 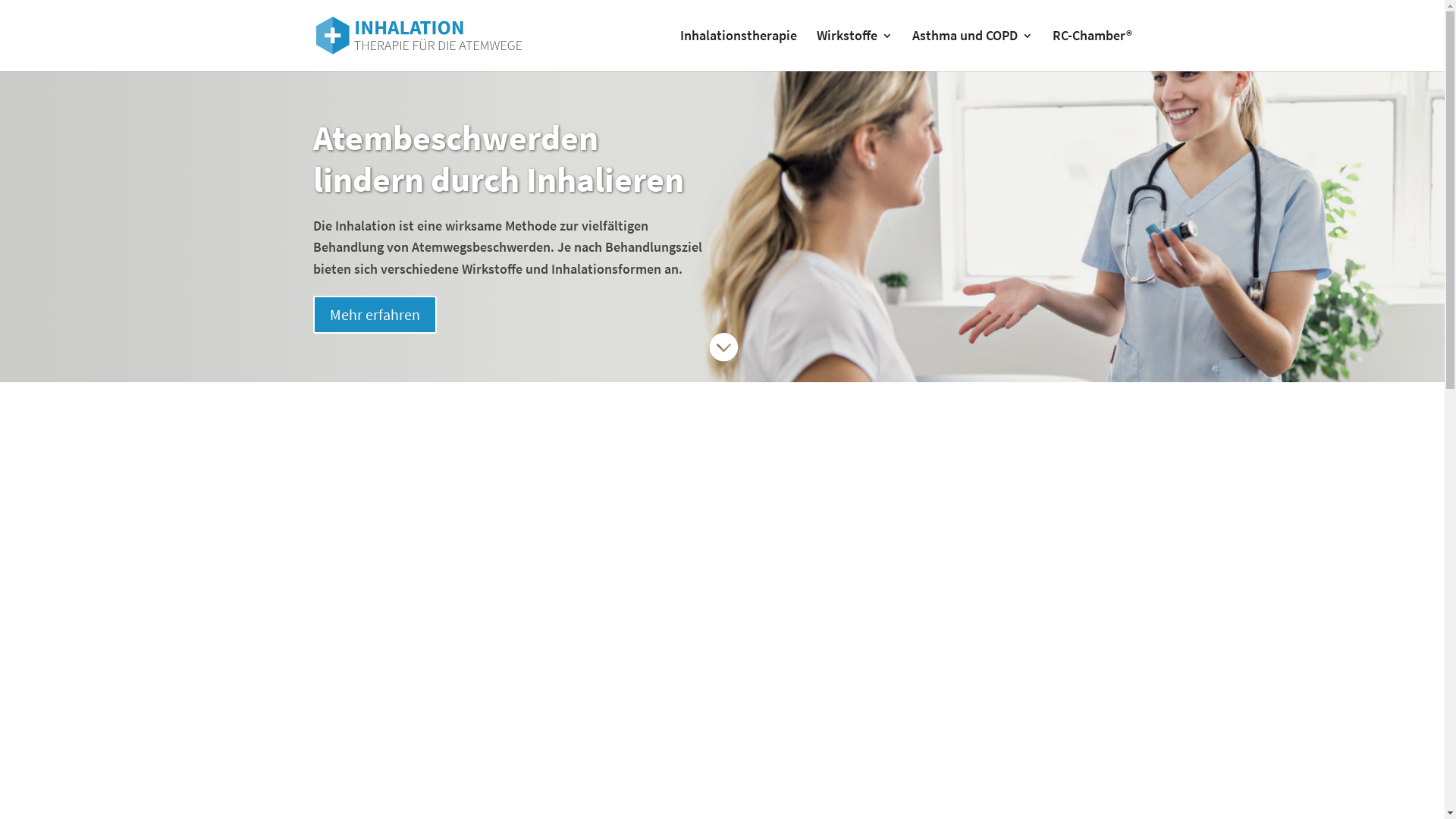 I want to click on 'Inhalationstherapie', so click(x=738, y=49).